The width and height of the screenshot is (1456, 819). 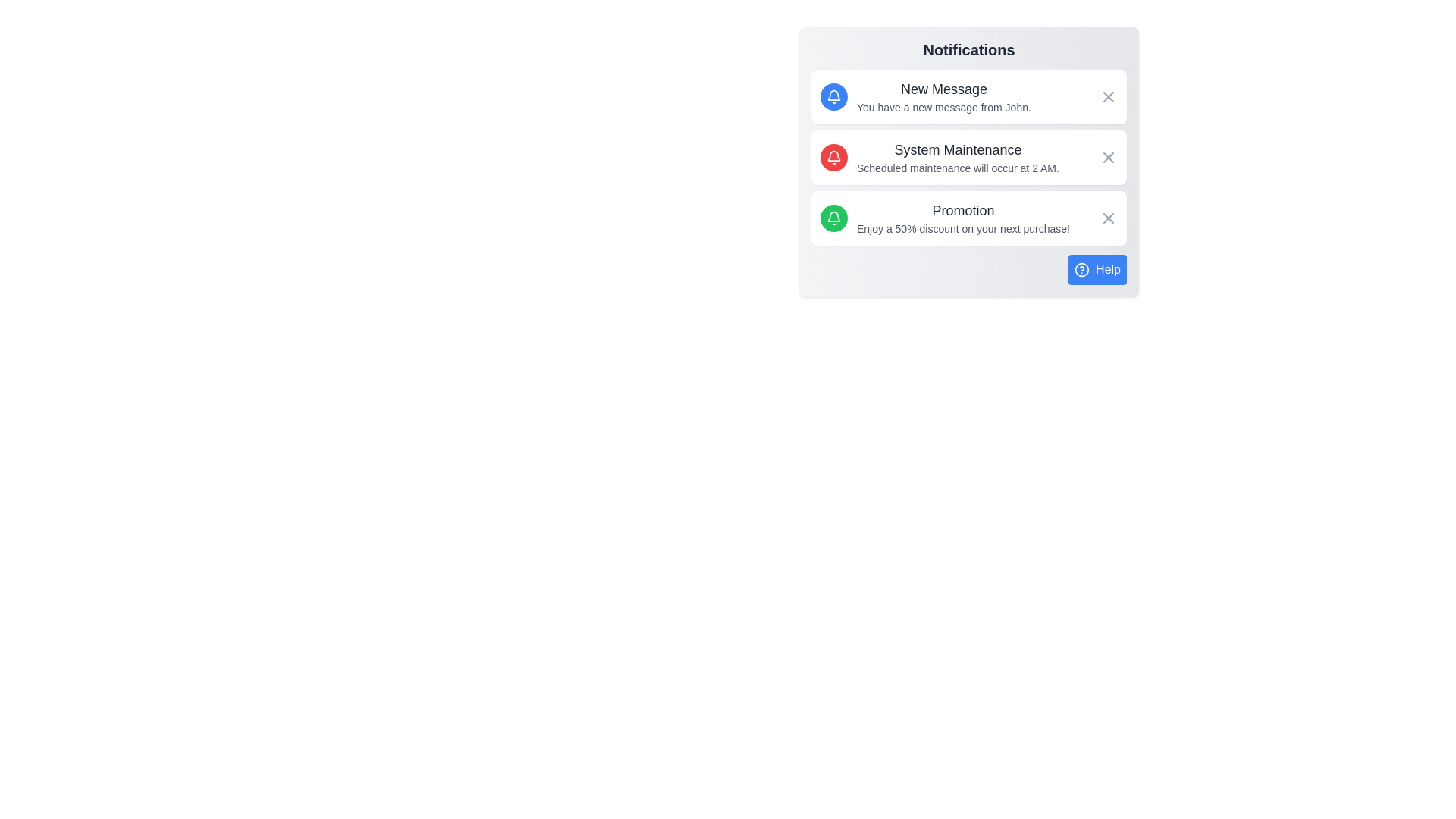 What do you see at coordinates (1081, 268) in the screenshot?
I see `the help icon located at the bottom-right corner of the notification panel, which is part of a blue button labeled 'Help'` at bounding box center [1081, 268].